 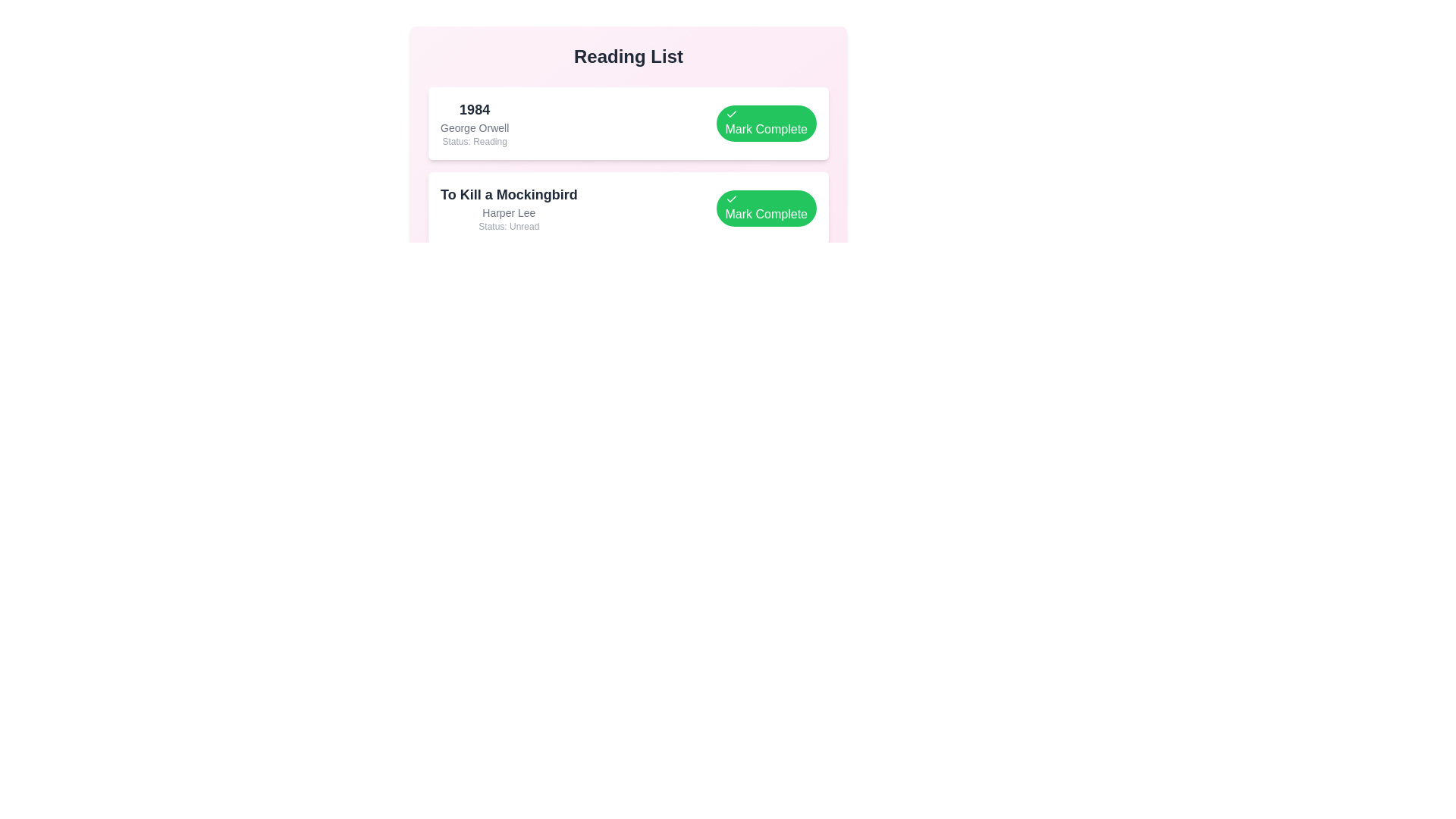 What do you see at coordinates (474, 109) in the screenshot?
I see `the book title 1984 for visual exploration` at bounding box center [474, 109].